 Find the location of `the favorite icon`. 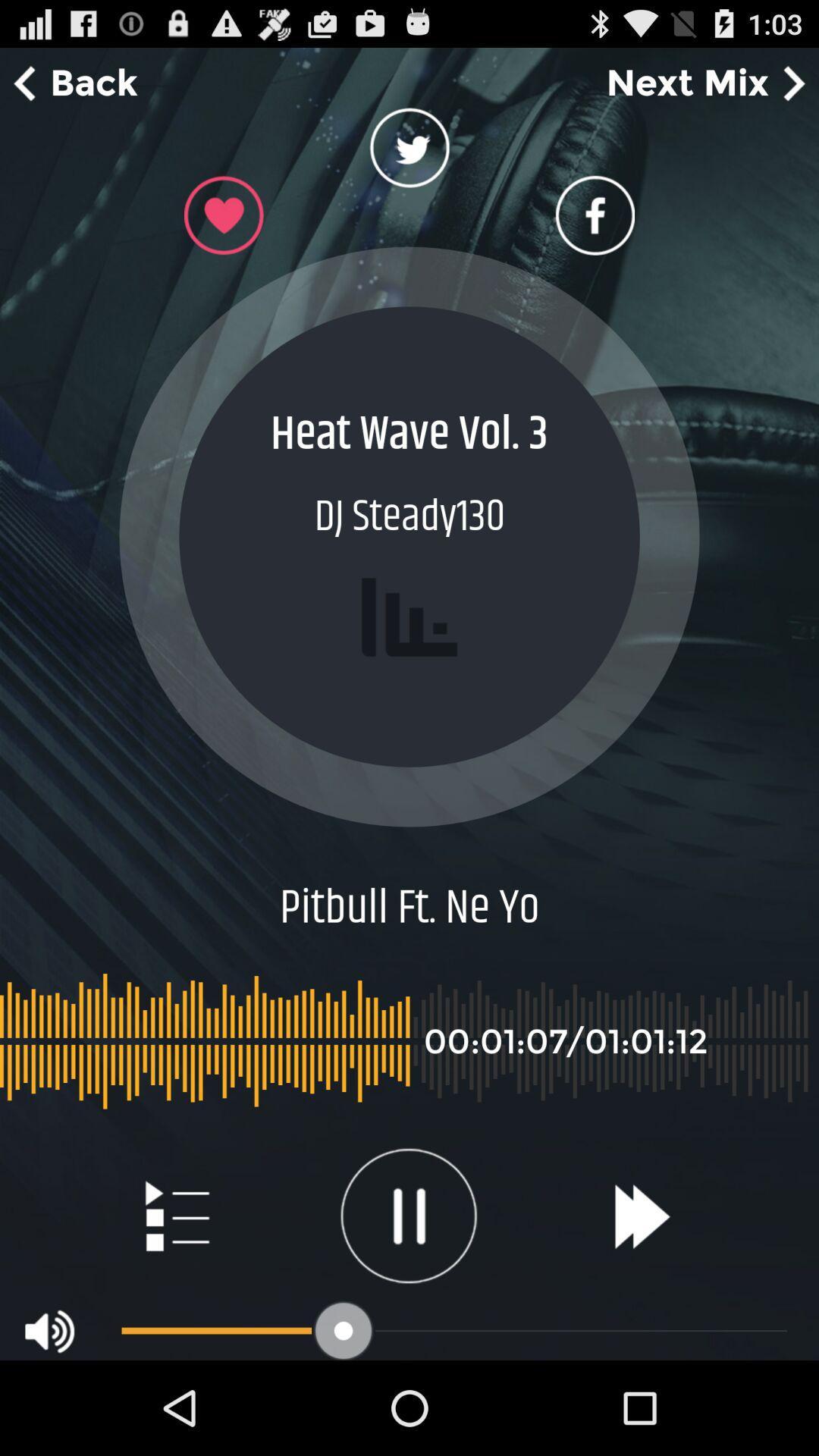

the favorite icon is located at coordinates (224, 230).